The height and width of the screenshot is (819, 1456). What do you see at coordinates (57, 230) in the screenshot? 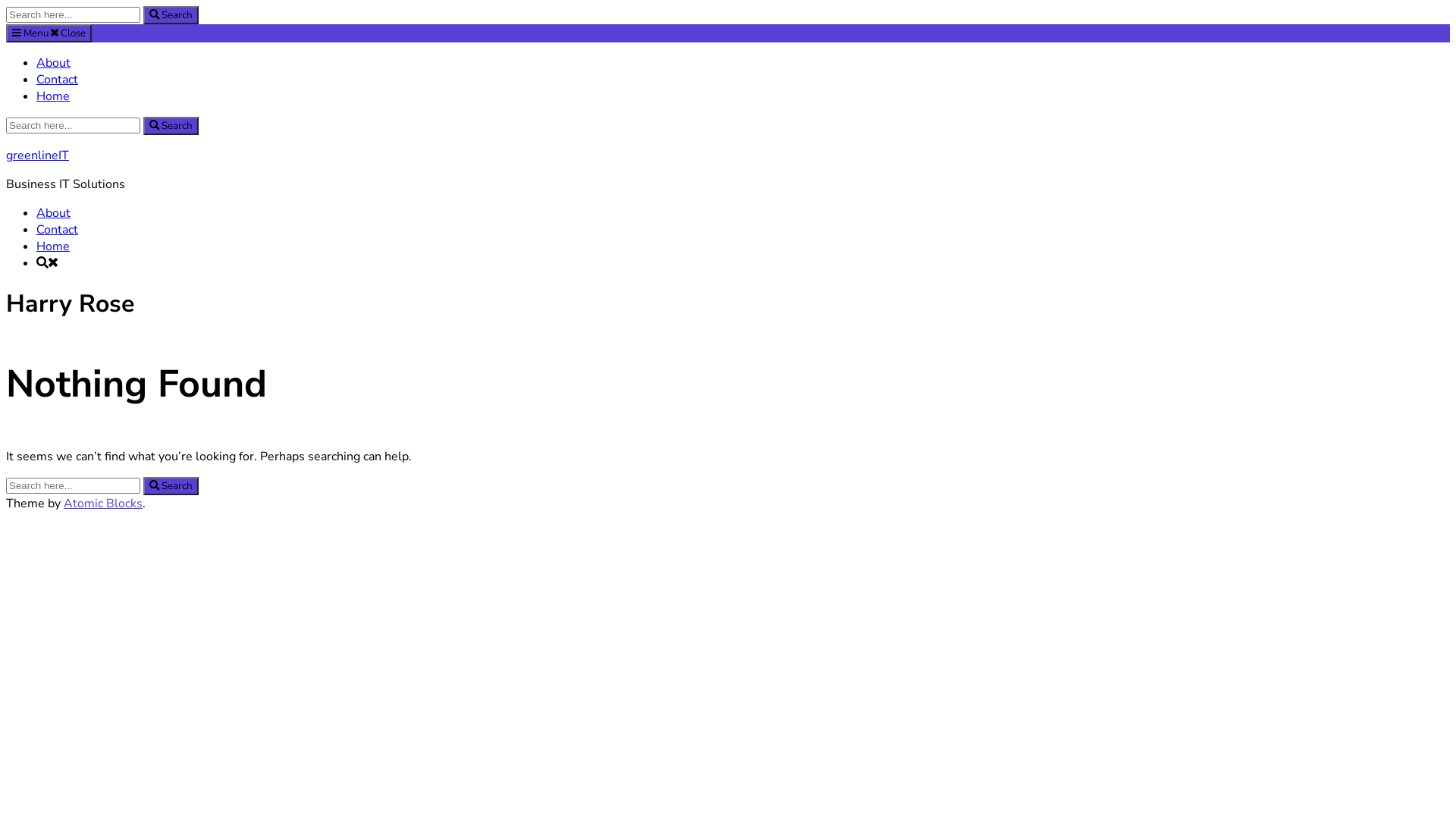
I see `'Contact'` at bounding box center [57, 230].